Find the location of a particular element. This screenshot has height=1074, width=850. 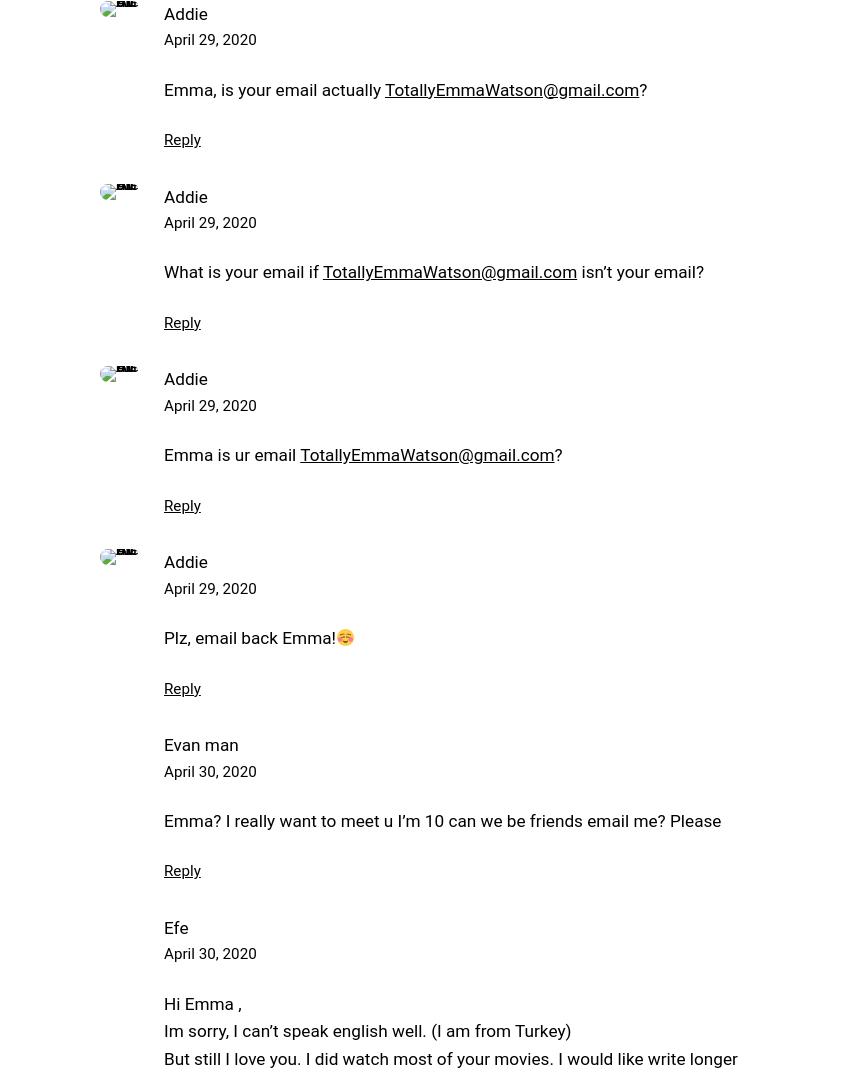

'Efe' is located at coordinates (163, 926).